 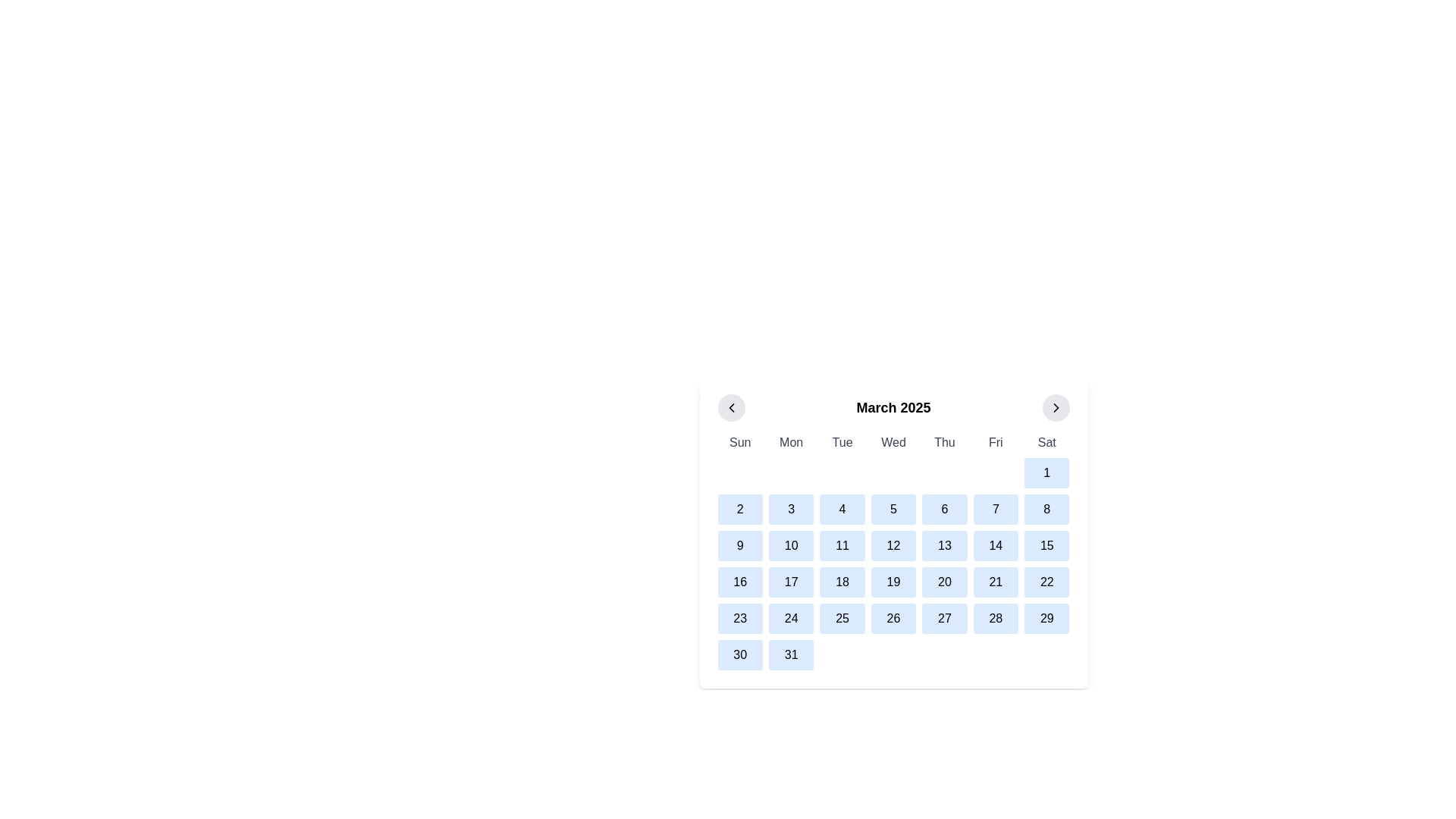 I want to click on text label indicating the day of the week (Sunday) located at the top-left of the calendar interface, so click(x=740, y=442).